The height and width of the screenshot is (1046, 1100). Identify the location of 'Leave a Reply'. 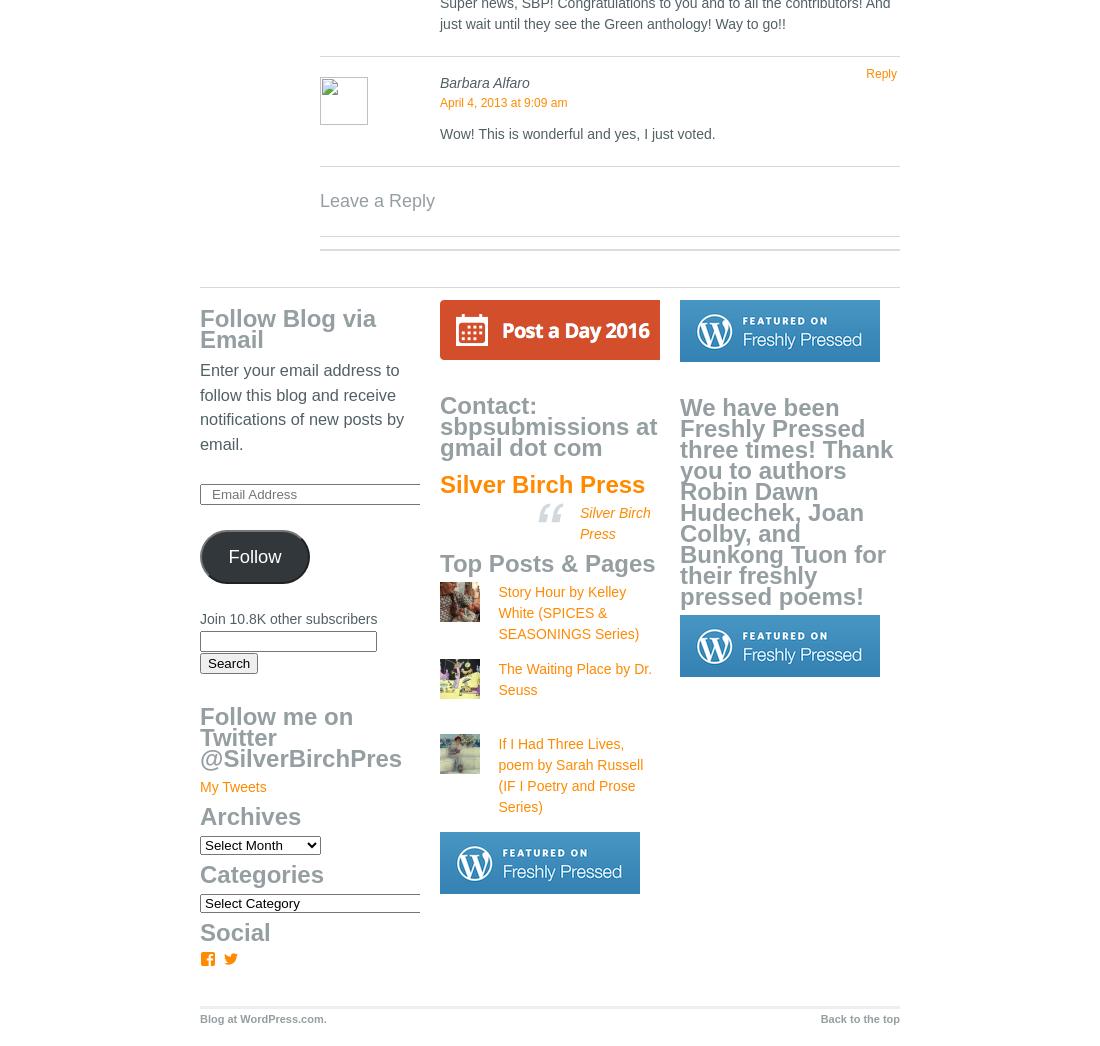
(377, 201).